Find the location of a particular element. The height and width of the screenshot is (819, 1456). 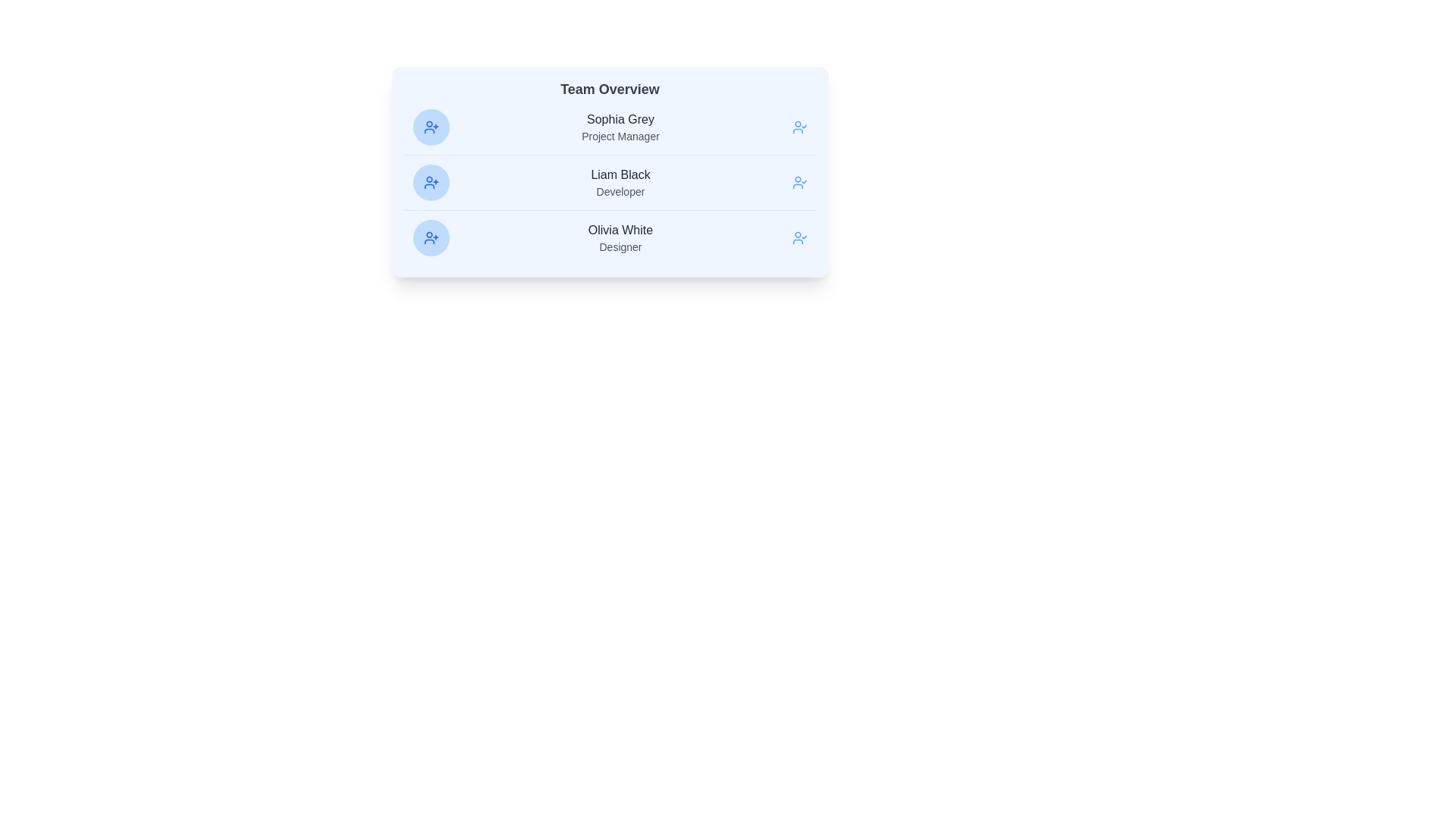

the SVG icon located at the top-left corner of the vertical list in the 'Team Overview' card is located at coordinates (430, 127).